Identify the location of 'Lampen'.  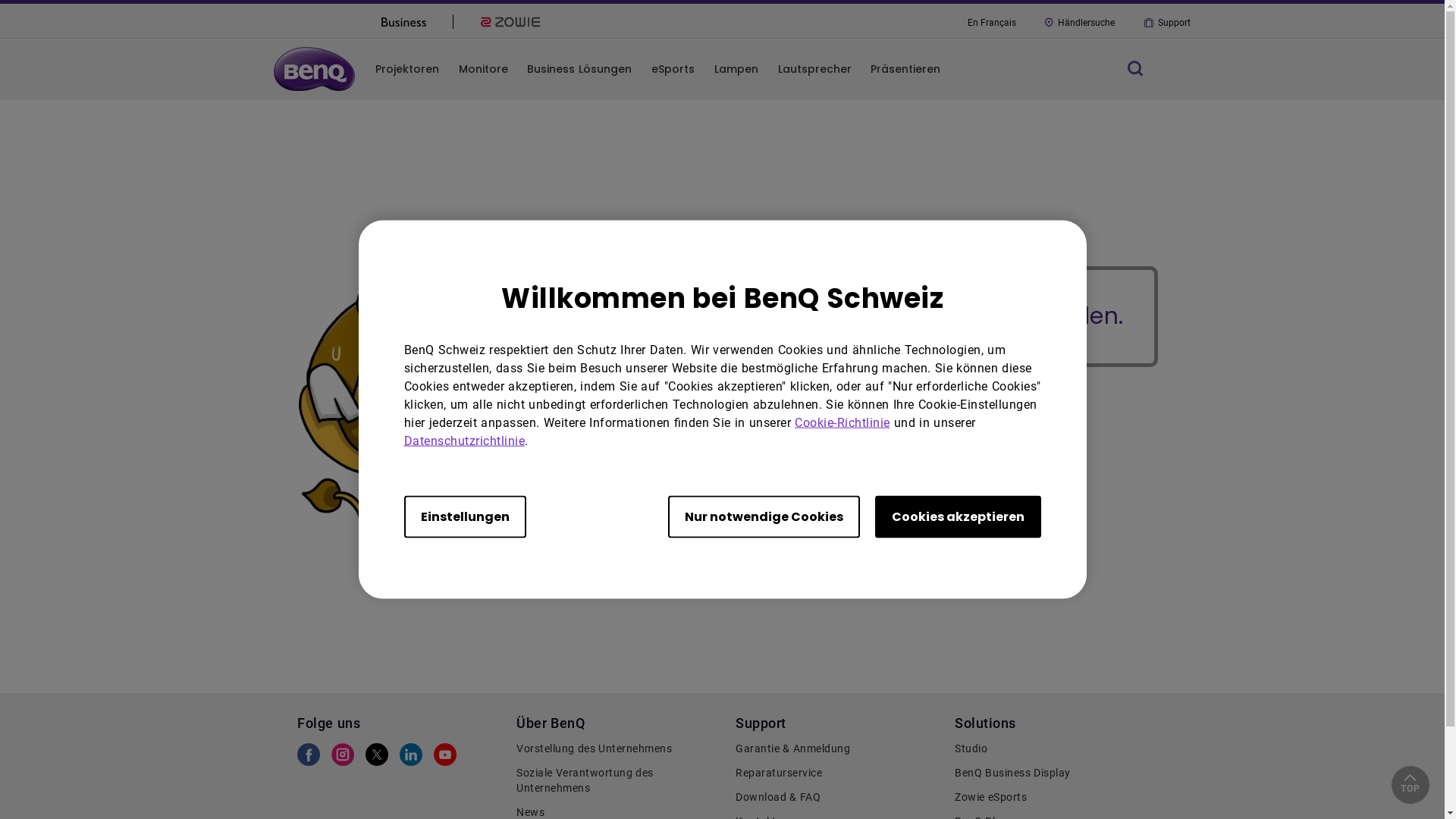
(735, 69).